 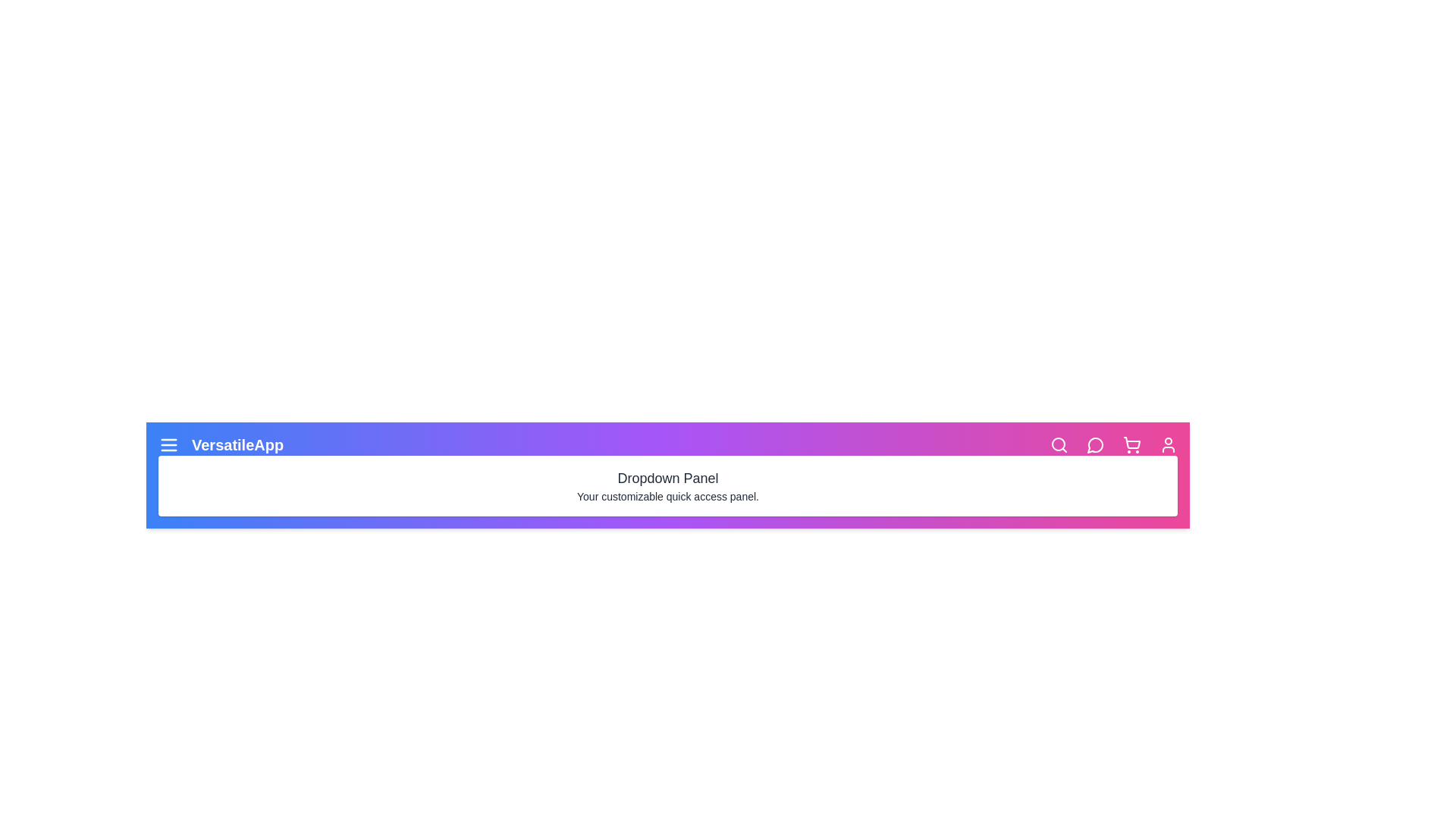 What do you see at coordinates (1058, 444) in the screenshot?
I see `the search icon to initiate a search action` at bounding box center [1058, 444].